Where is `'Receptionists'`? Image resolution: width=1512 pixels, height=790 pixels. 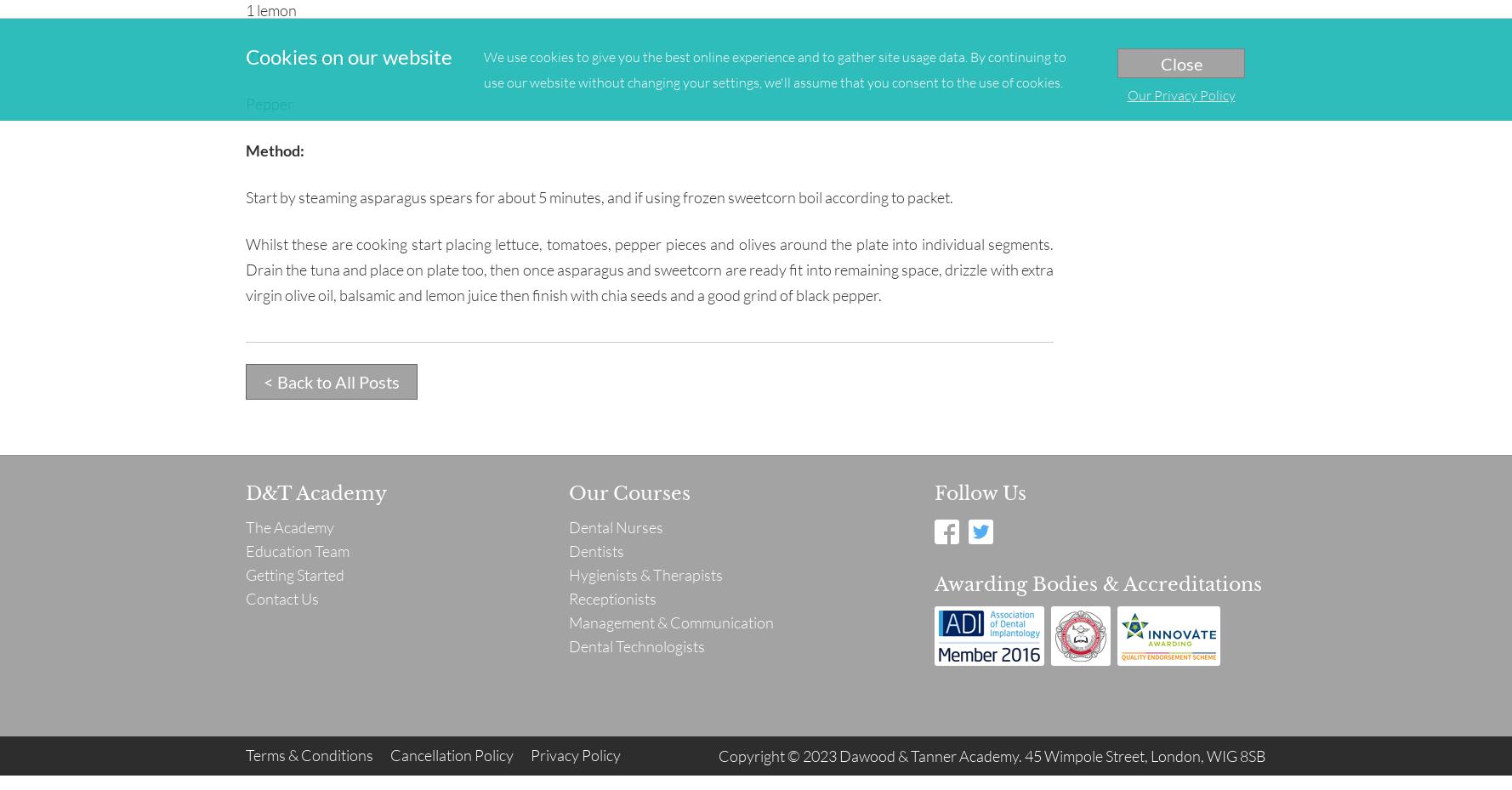
'Receptionists' is located at coordinates (611, 598).